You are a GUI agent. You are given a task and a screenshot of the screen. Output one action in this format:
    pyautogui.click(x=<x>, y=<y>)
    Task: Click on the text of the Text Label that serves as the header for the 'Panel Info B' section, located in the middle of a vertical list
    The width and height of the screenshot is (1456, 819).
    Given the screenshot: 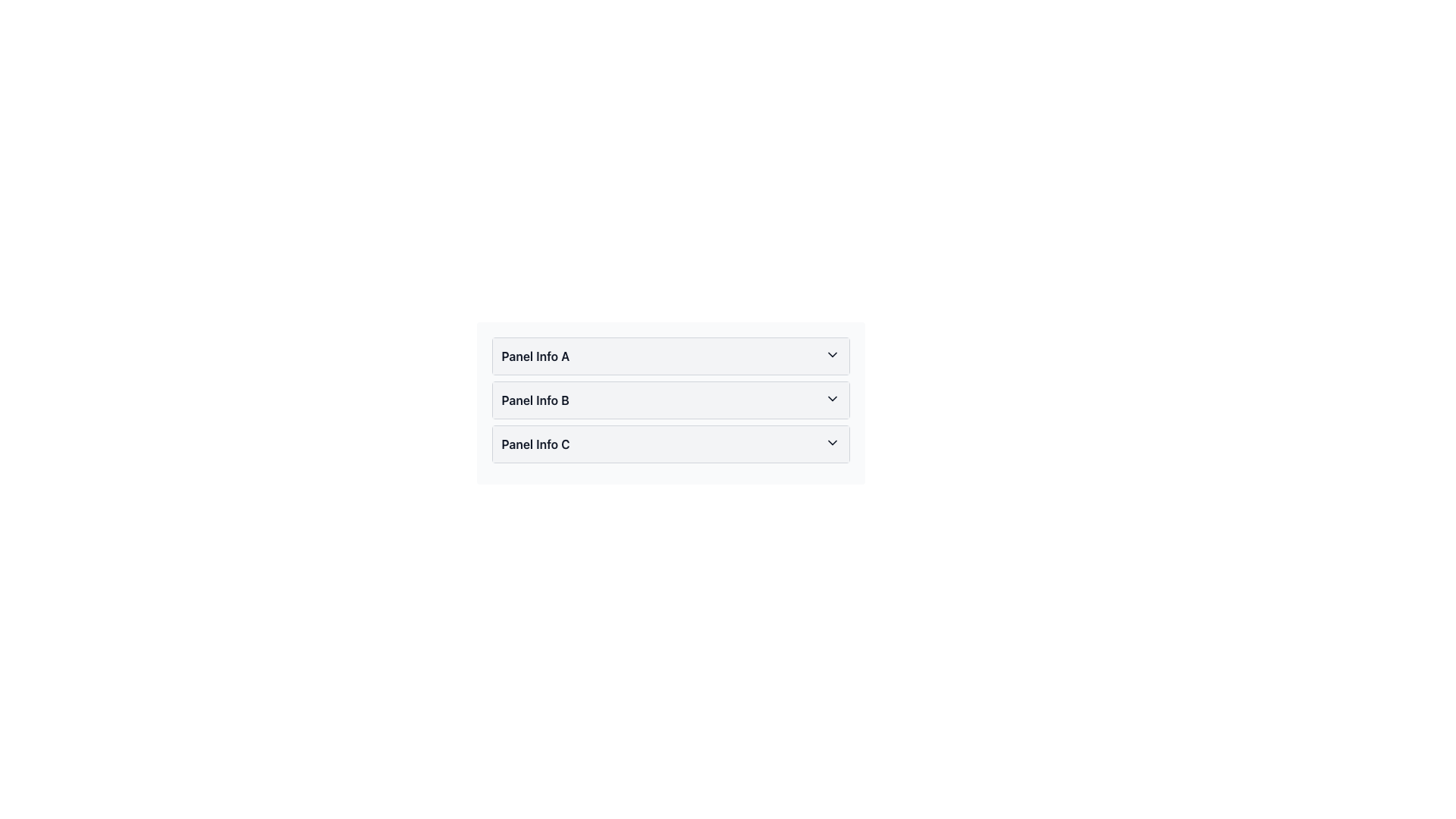 What is the action you would take?
    pyautogui.click(x=535, y=400)
    